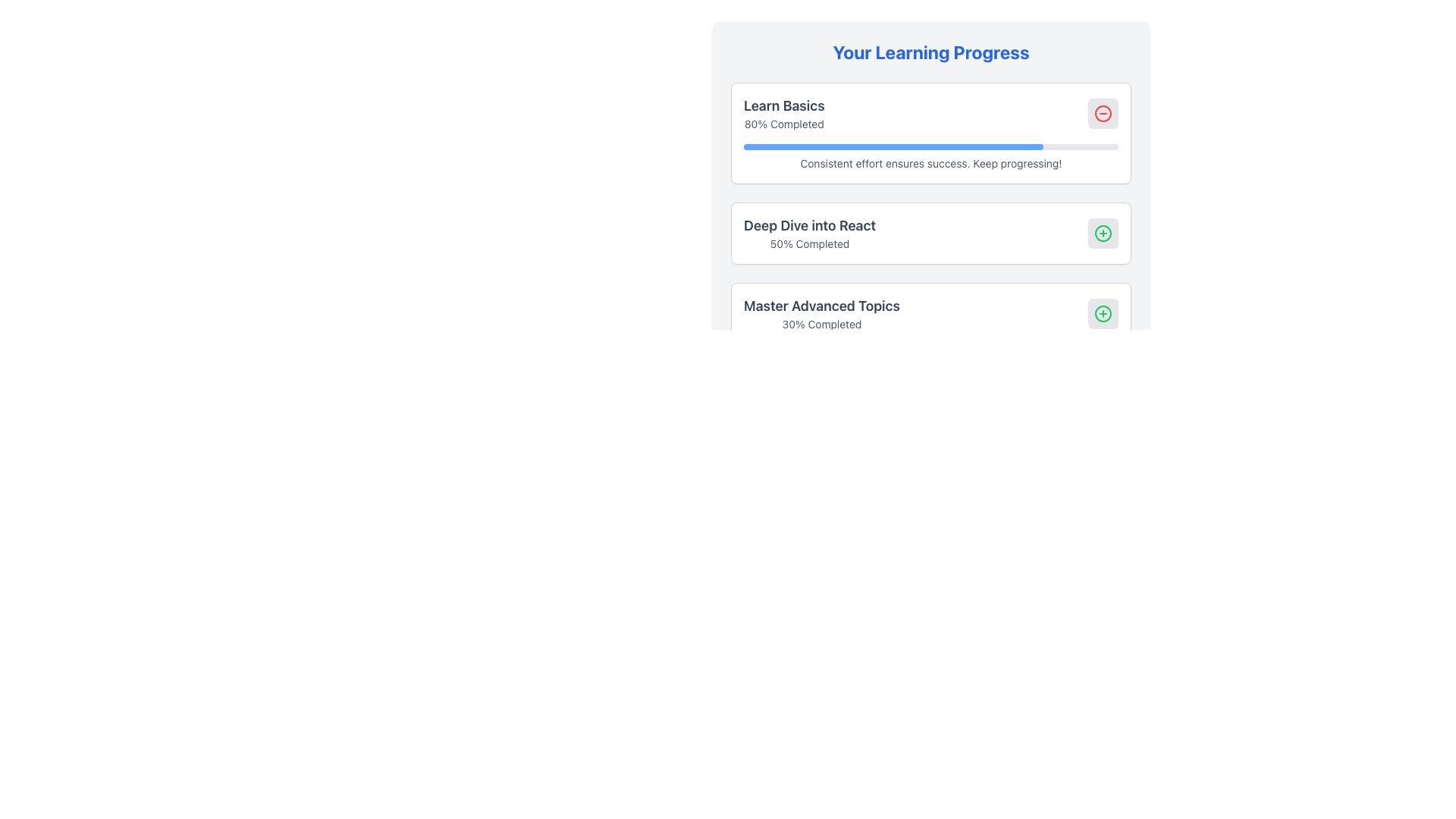  Describe the element at coordinates (930, 234) in the screenshot. I see `title 'Deep Dive into React' and the progress information '50% Completed' from the informational card with progress tracking located in the 'Your Learning Progress' section` at that location.